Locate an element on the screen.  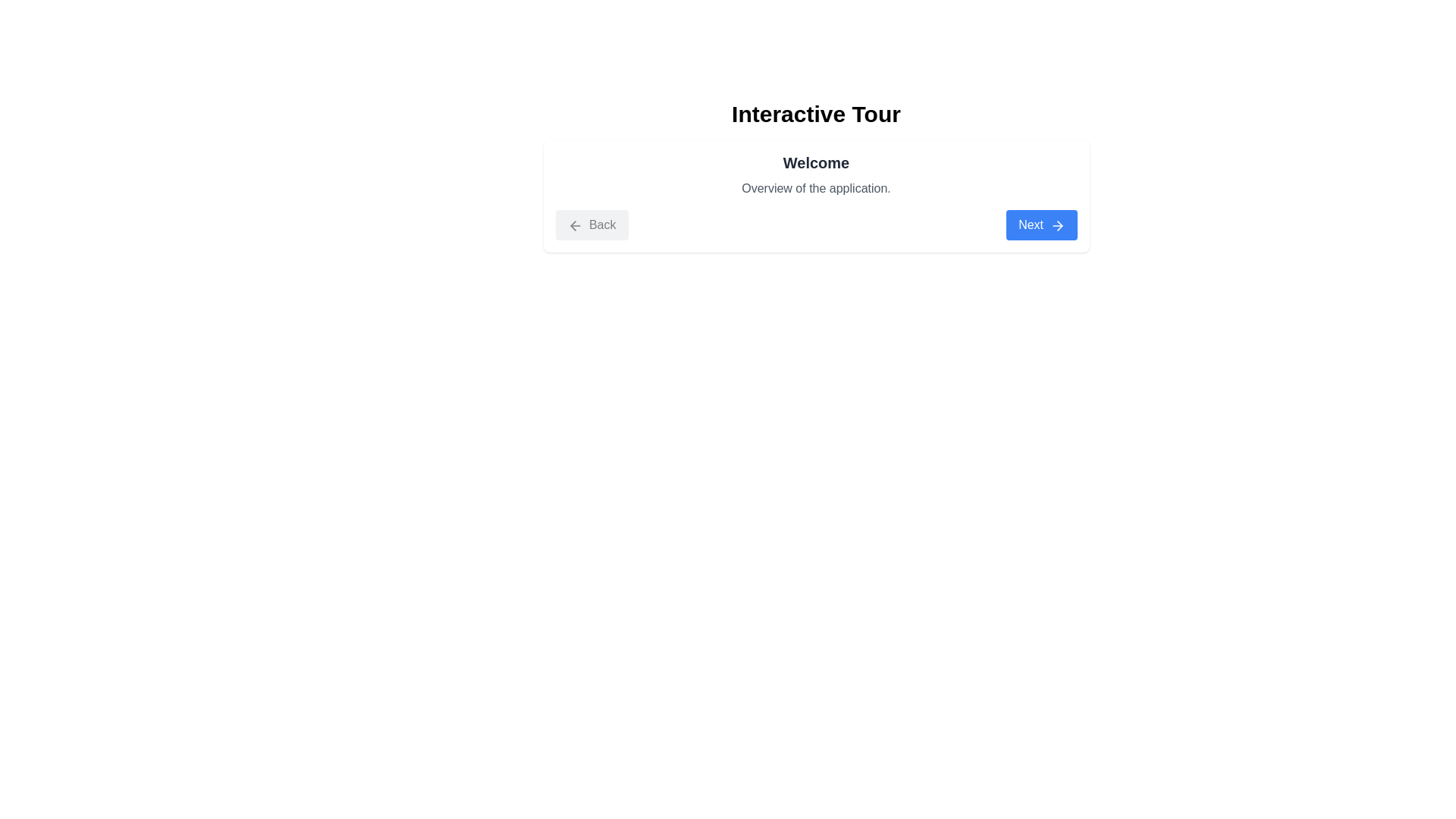
the static text label or heading that serves as a welcoming heading for the section, located above the 'Overview of the application' text and centrally positioned within a white, rounded rectangular box is located at coordinates (815, 163).